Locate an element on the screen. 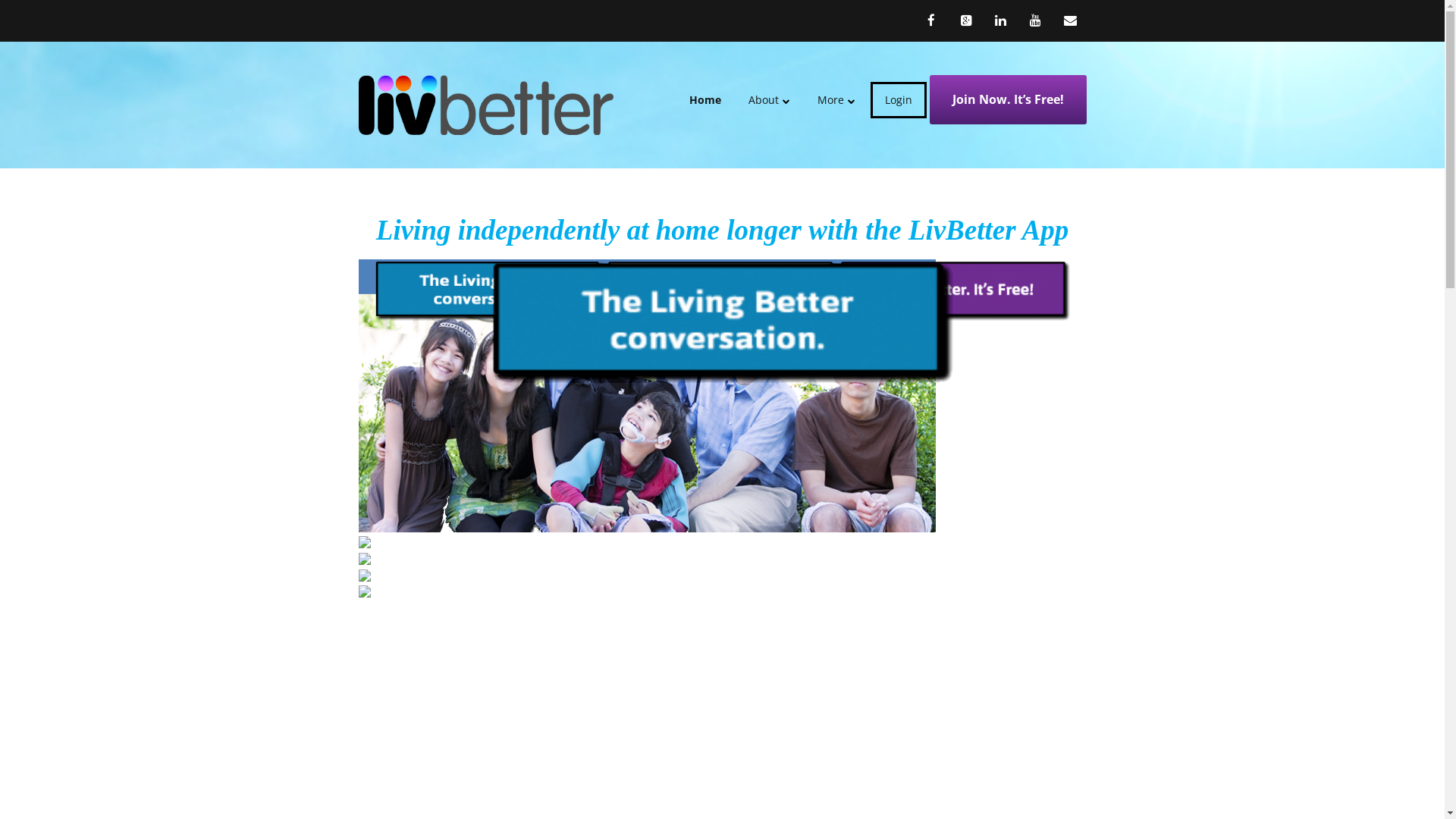 This screenshot has width=1456, height=819. 'Facebook' is located at coordinates (934, 20).